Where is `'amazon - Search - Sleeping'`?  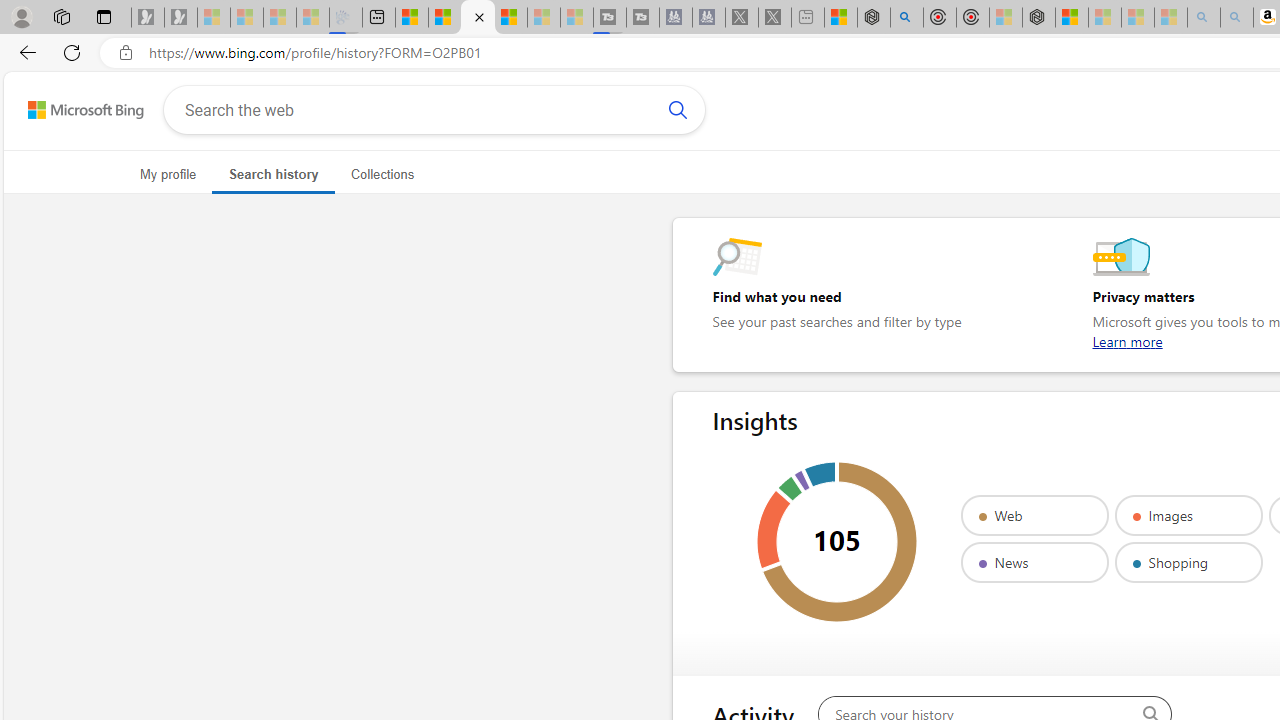 'amazon - Search - Sleeping' is located at coordinates (1202, 17).